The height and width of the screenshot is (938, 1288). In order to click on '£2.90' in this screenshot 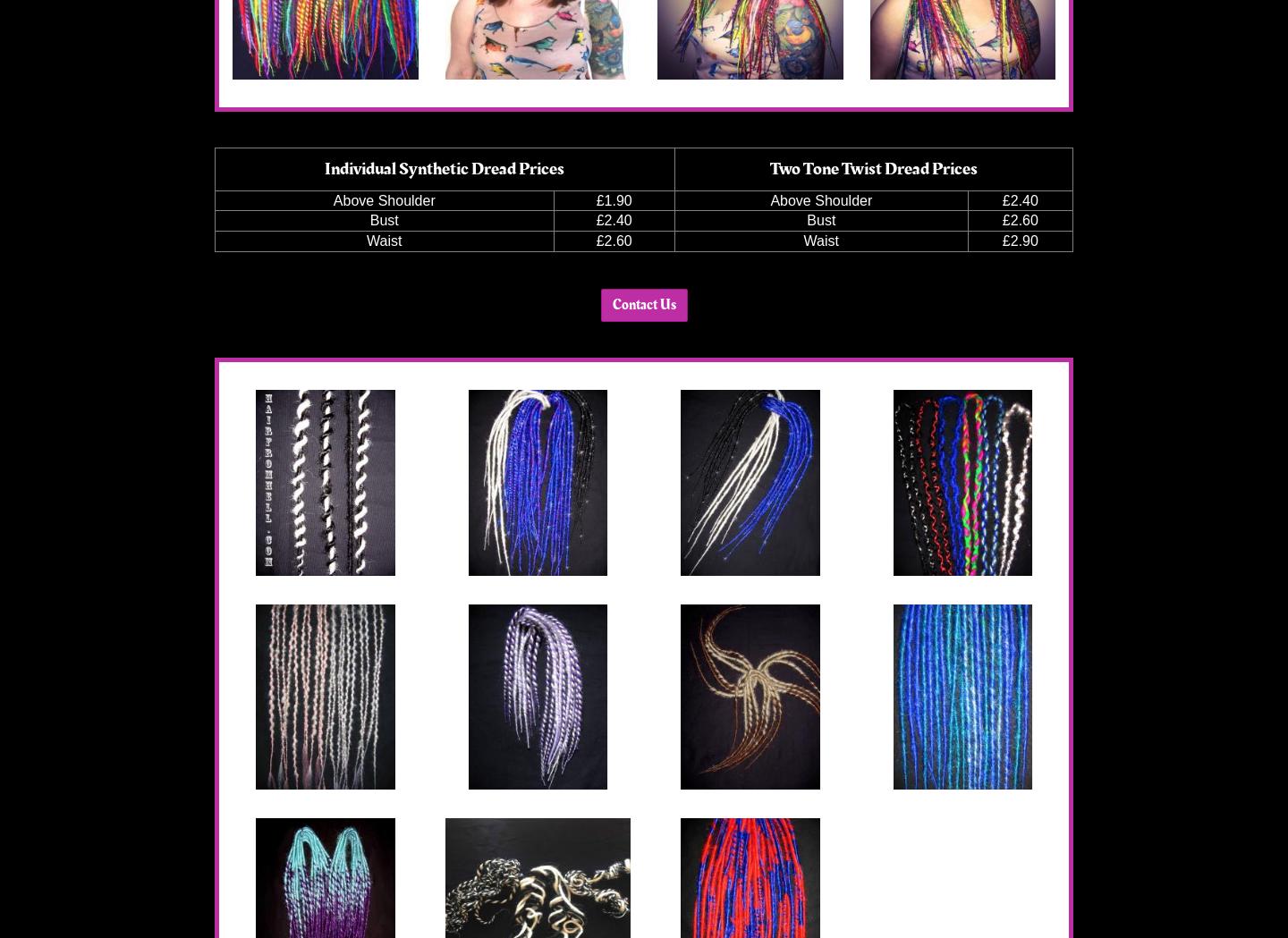, I will do `click(1001, 239)`.